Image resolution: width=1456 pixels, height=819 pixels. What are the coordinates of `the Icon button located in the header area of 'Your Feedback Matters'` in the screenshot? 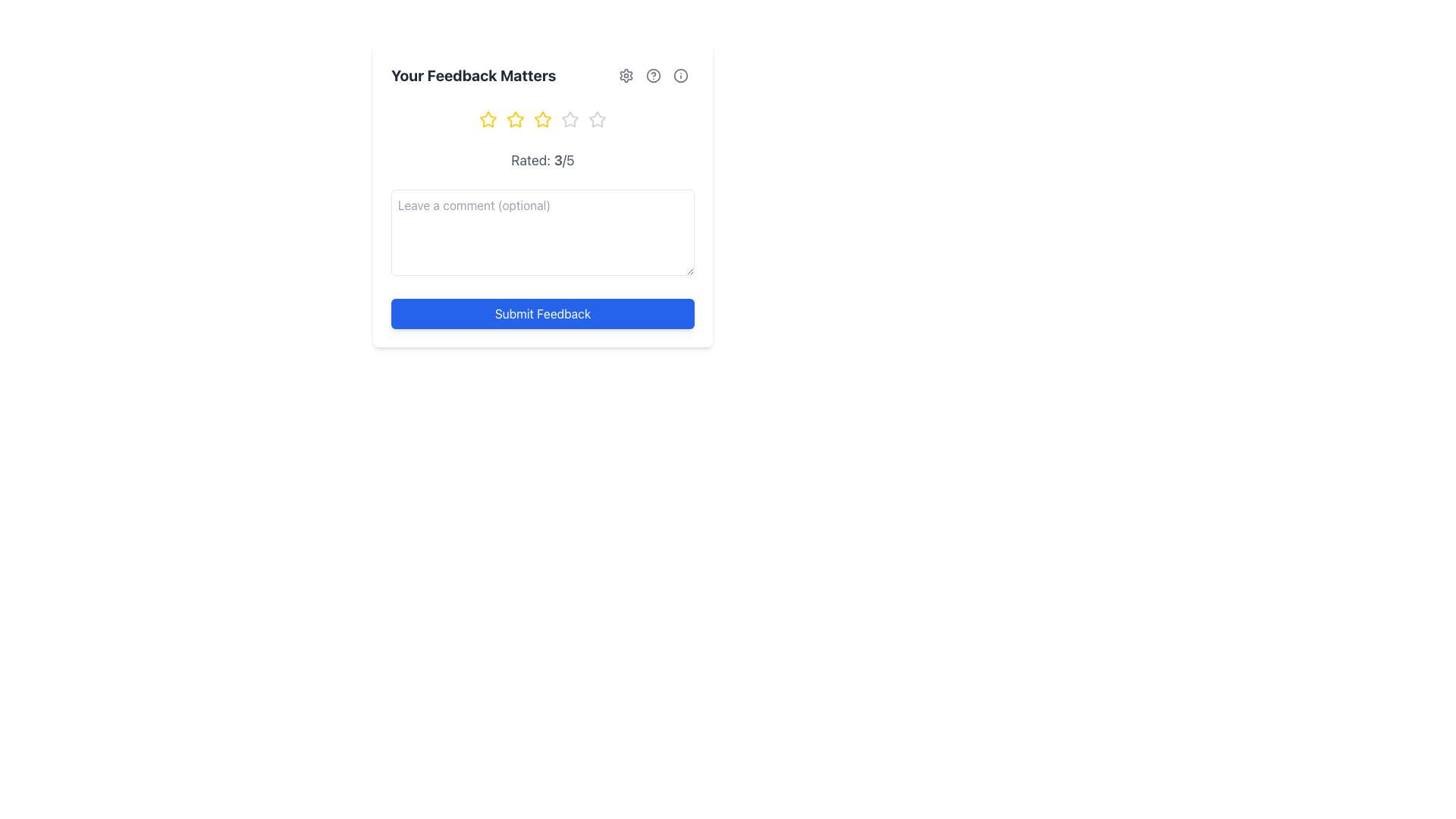 It's located at (626, 76).